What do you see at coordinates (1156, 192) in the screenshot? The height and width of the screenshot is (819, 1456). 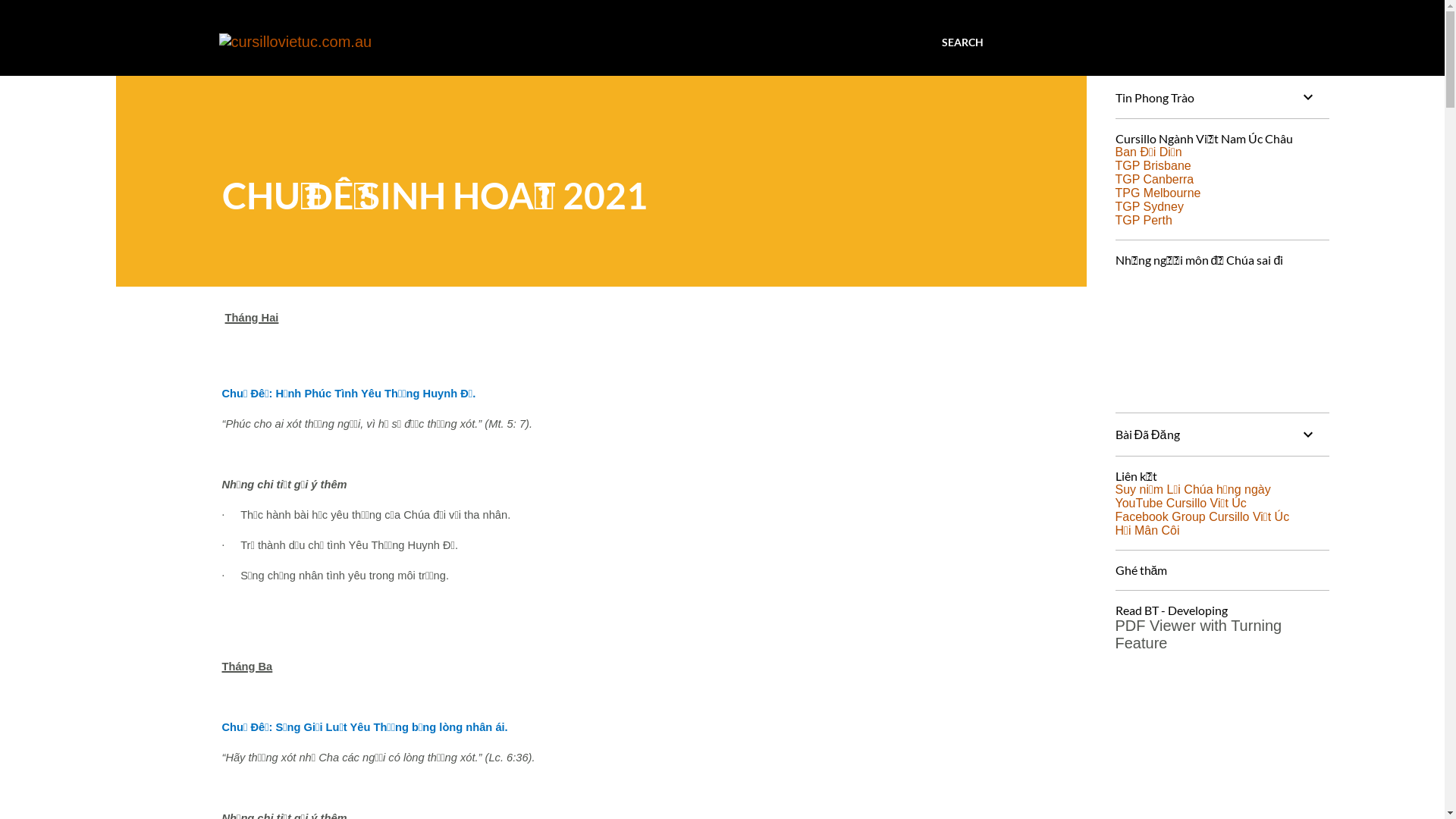 I see `'TPG Melbourne'` at bounding box center [1156, 192].